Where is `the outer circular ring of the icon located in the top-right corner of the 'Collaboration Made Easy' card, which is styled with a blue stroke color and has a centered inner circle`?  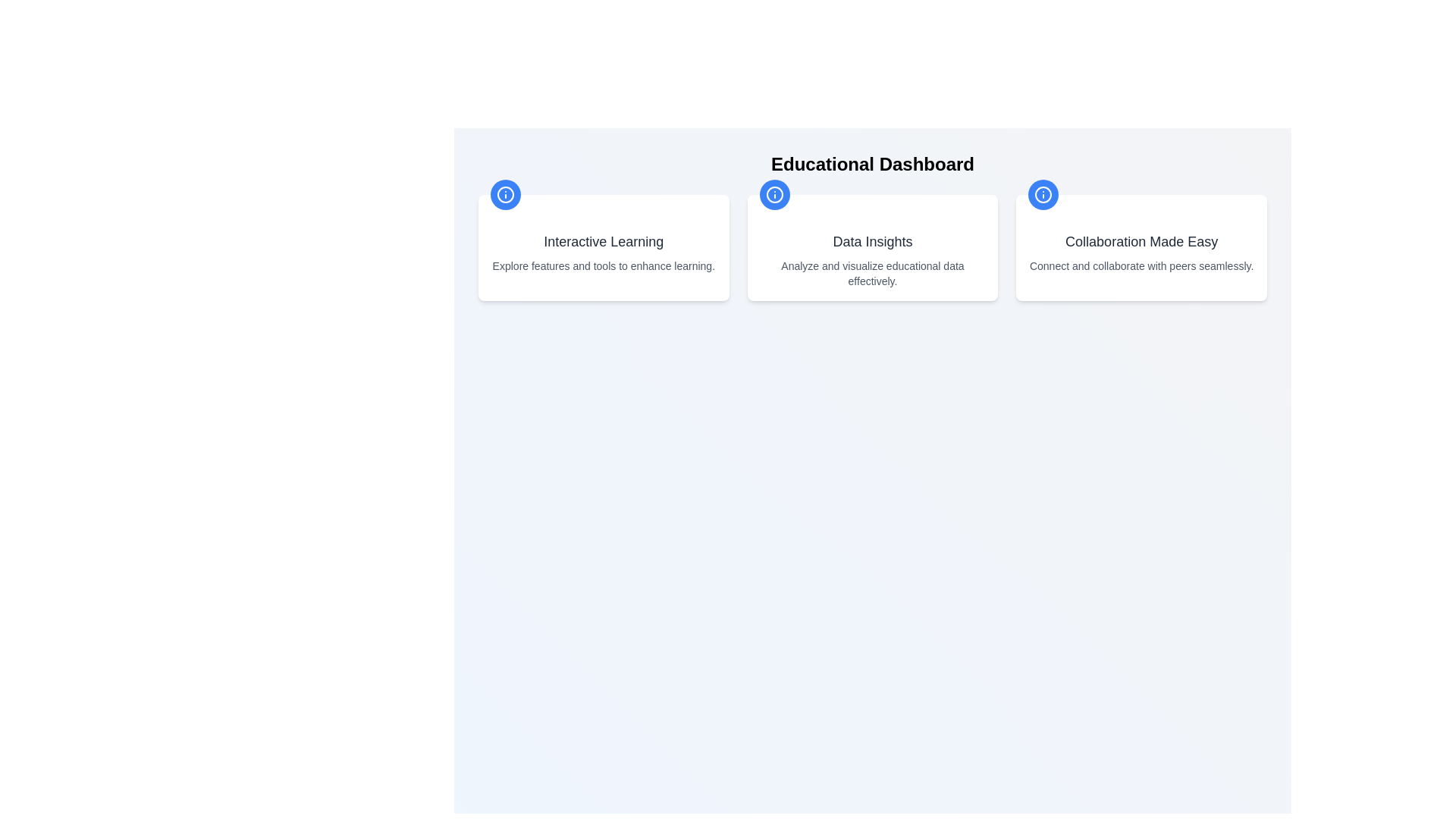
the outer circular ring of the icon located in the top-right corner of the 'Collaboration Made Easy' card, which is styled with a blue stroke color and has a centered inner circle is located at coordinates (1043, 194).